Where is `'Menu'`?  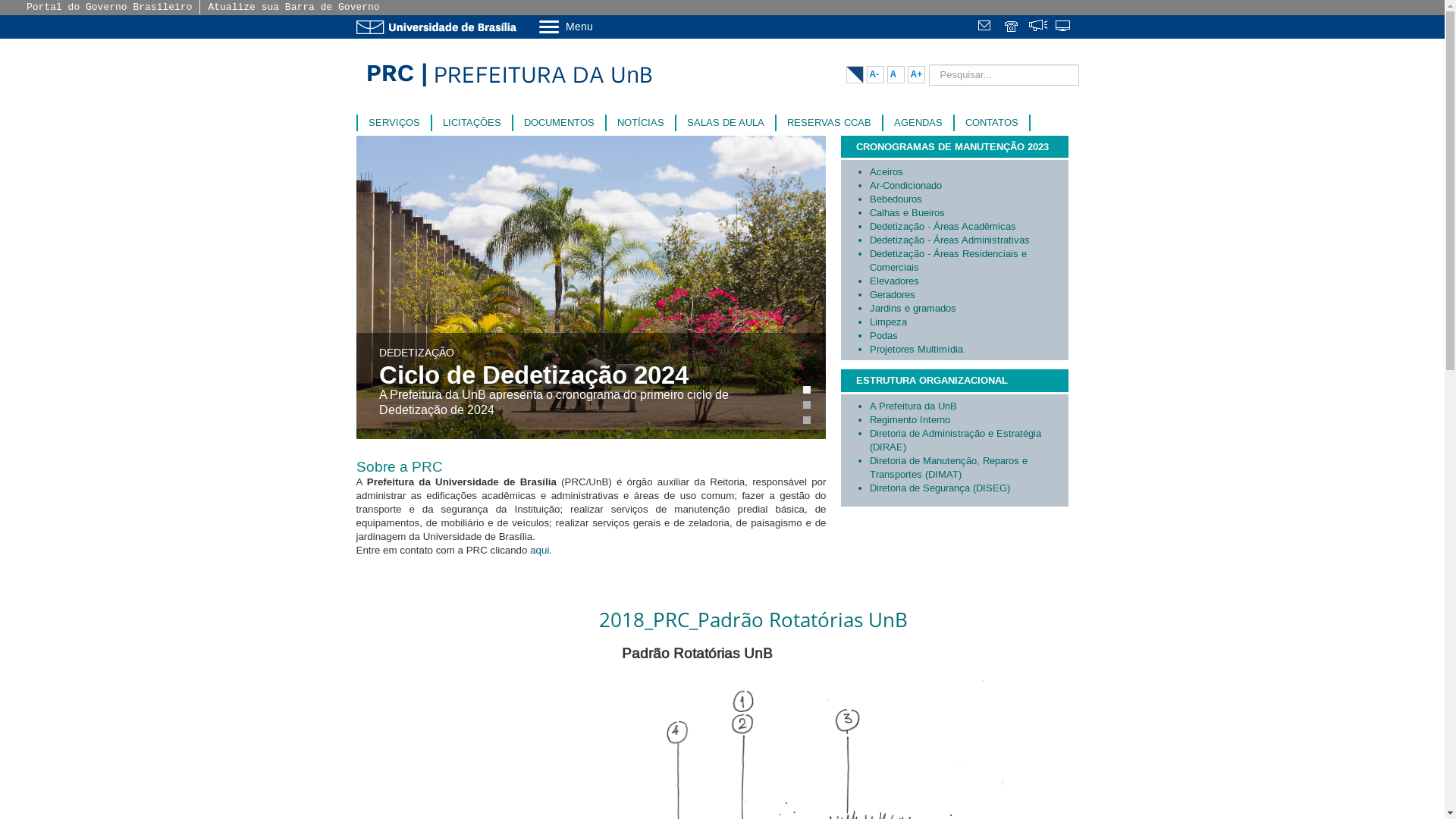
'Menu' is located at coordinates (604, 26).